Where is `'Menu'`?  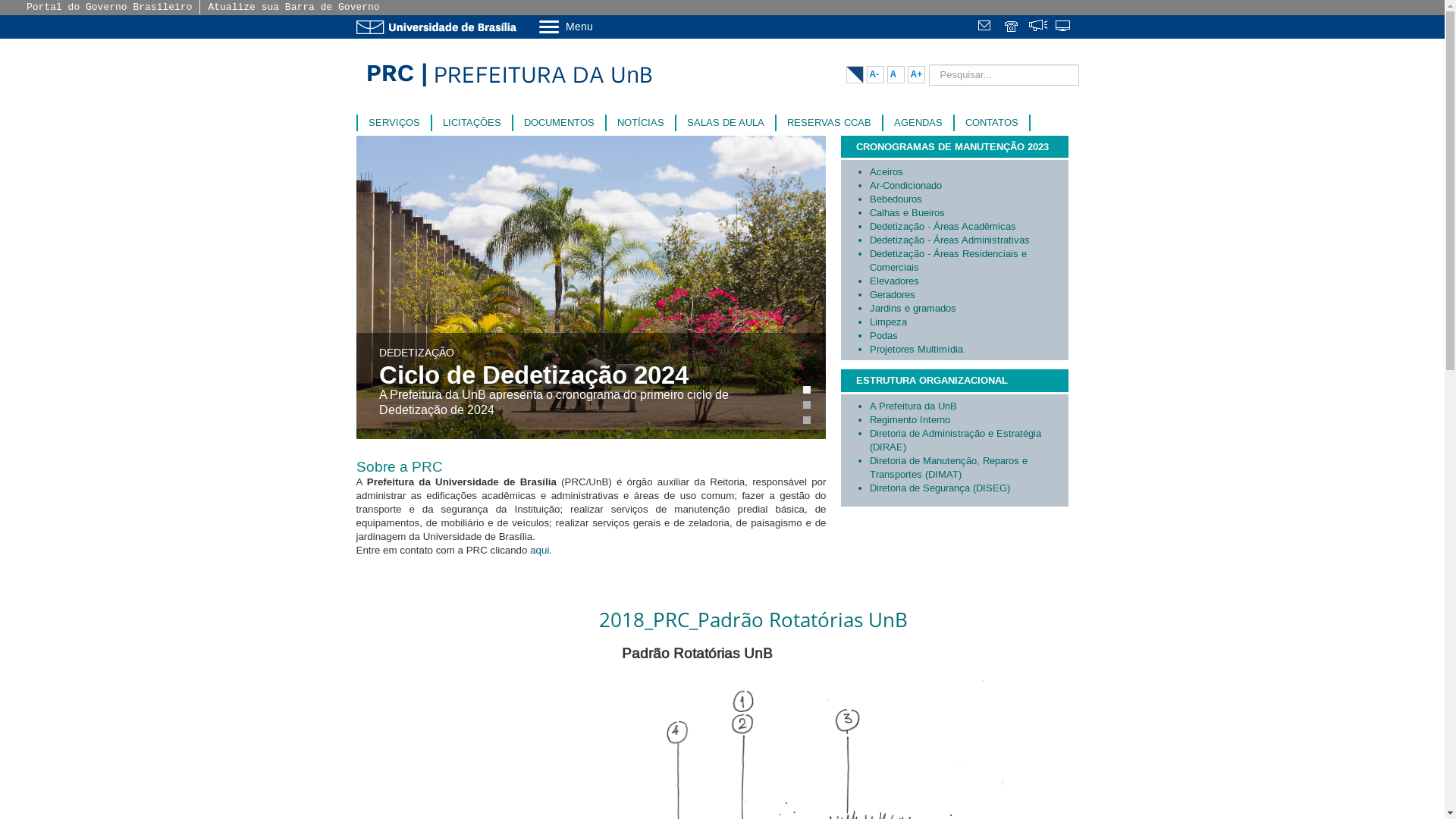
'Menu' is located at coordinates (604, 26).